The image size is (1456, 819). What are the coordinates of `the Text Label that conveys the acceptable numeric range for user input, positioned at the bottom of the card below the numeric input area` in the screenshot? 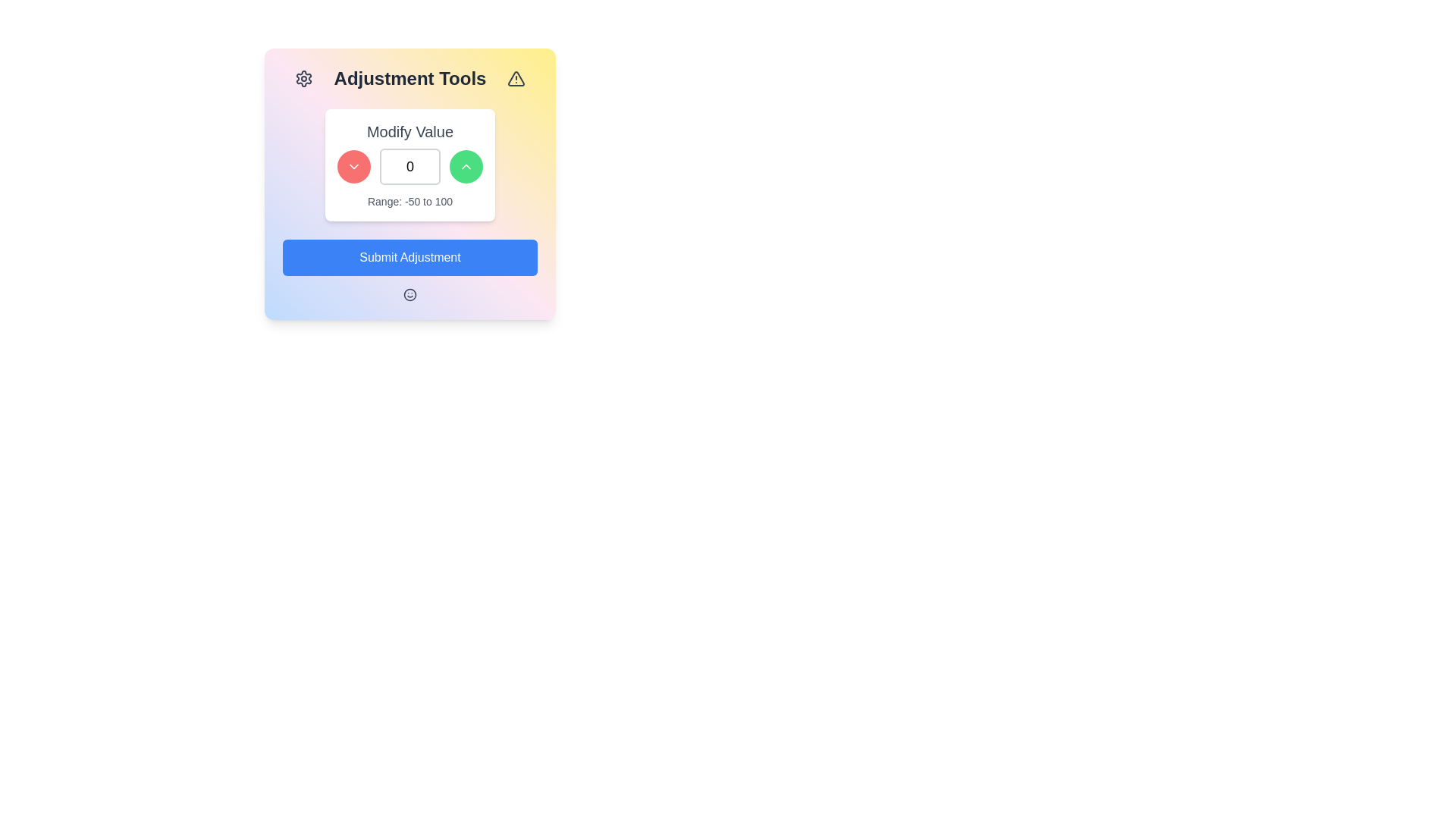 It's located at (410, 201).